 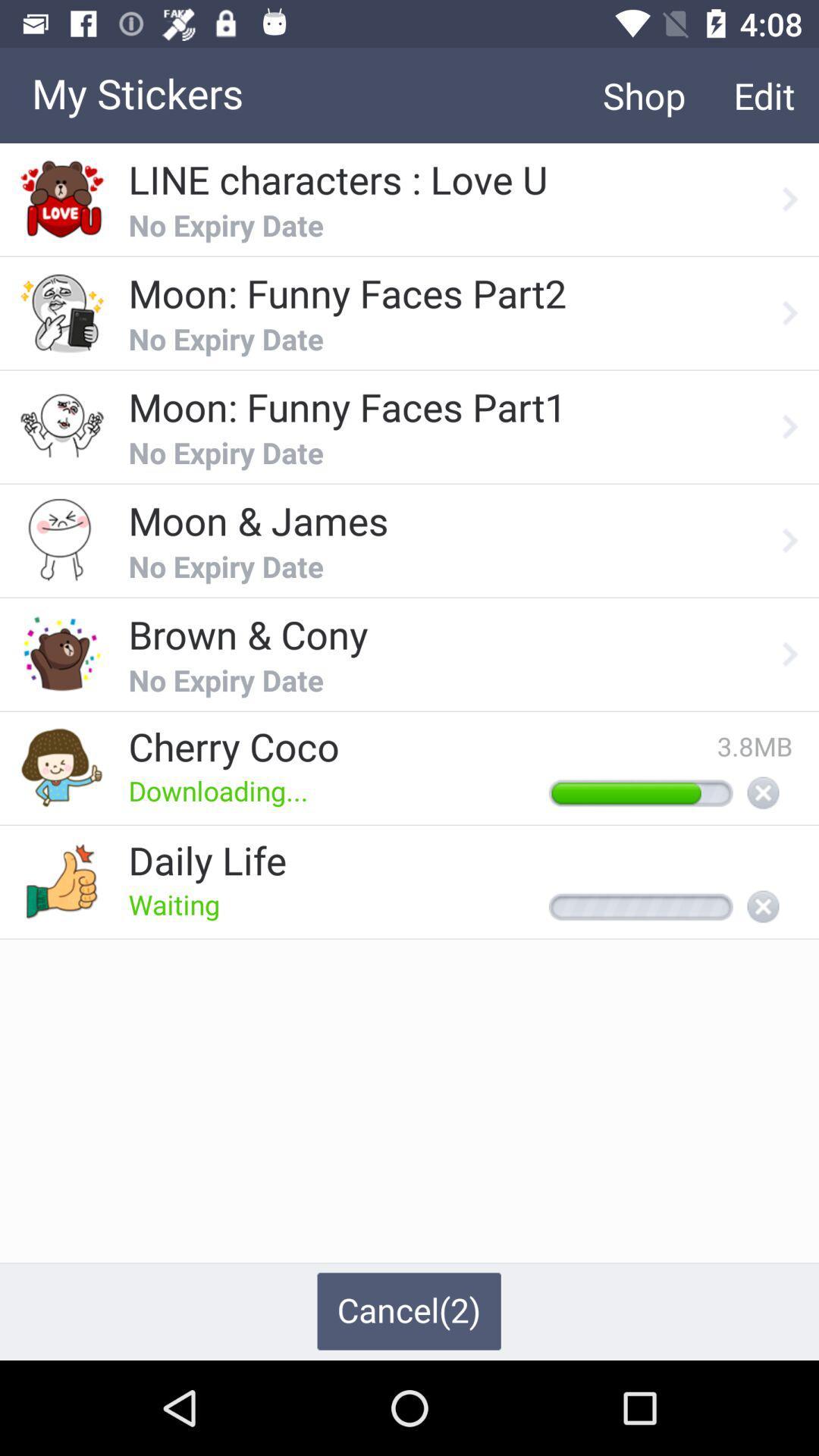 What do you see at coordinates (408, 1310) in the screenshot?
I see `cancel(2) app` at bounding box center [408, 1310].